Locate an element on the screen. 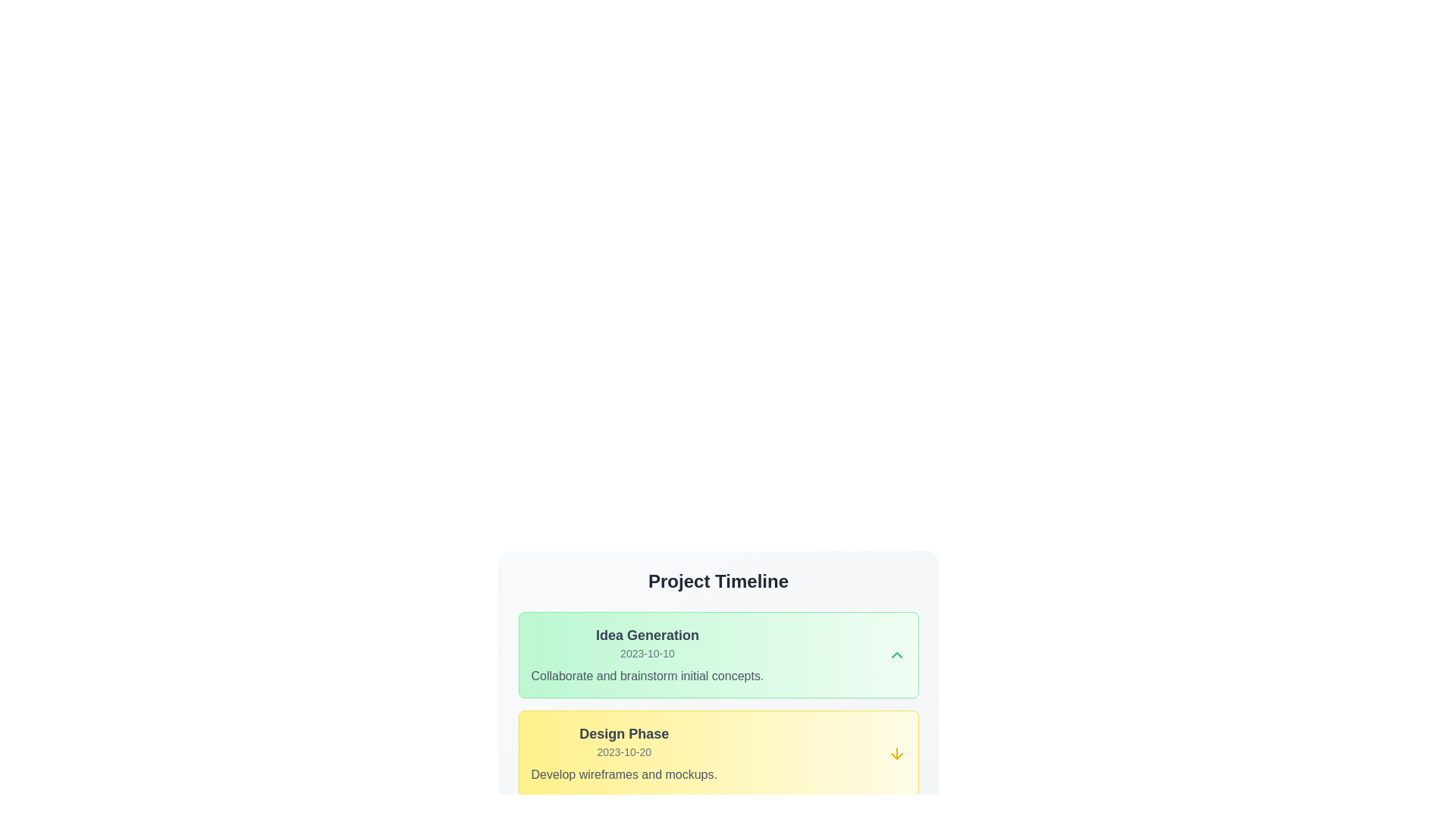  text label that serves as the heading for the 'Design Phase' section, which is located above the date '2023-10-20' is located at coordinates (624, 733).